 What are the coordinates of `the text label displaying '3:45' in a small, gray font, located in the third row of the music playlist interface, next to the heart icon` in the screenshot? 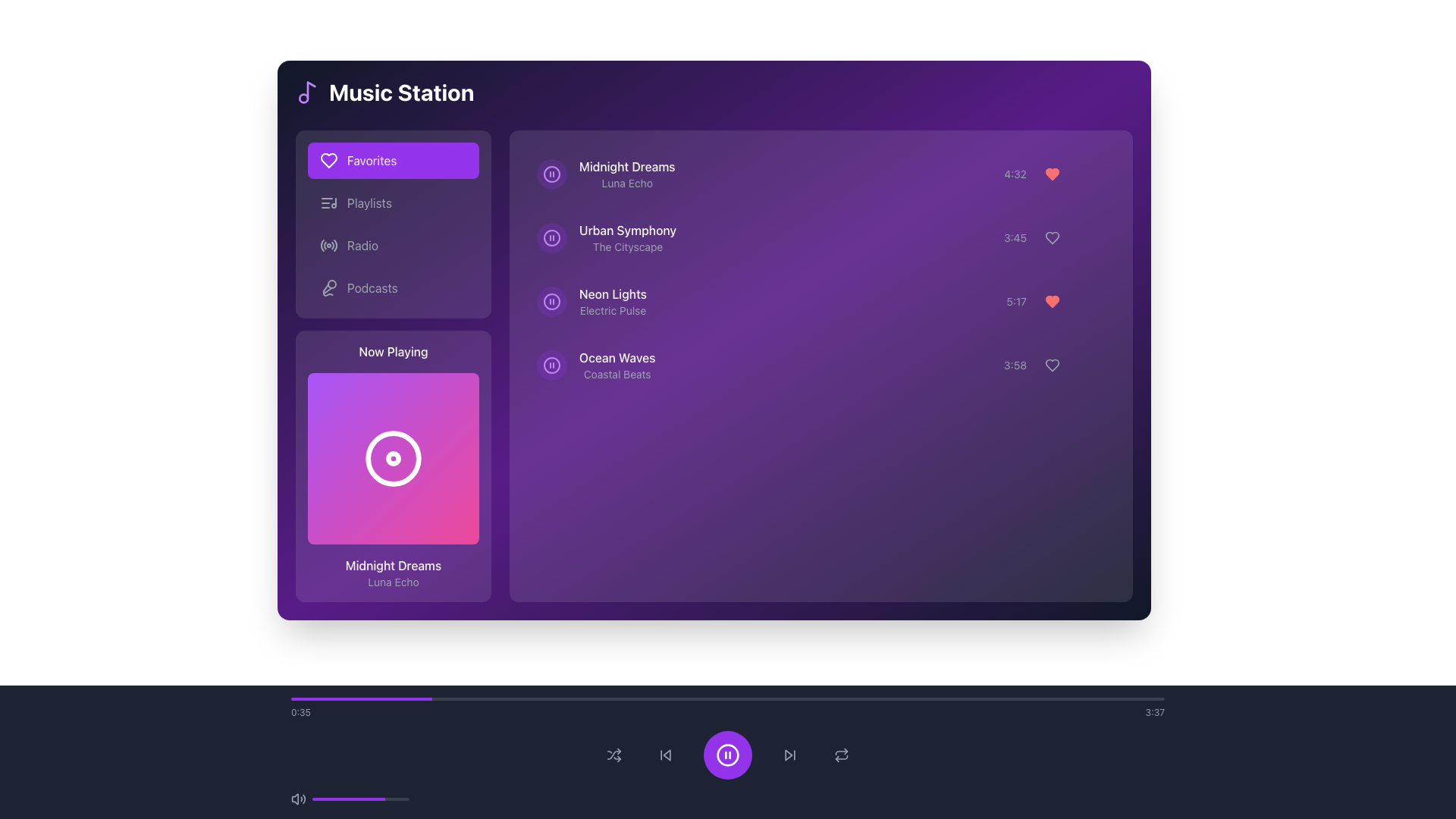 It's located at (1015, 237).